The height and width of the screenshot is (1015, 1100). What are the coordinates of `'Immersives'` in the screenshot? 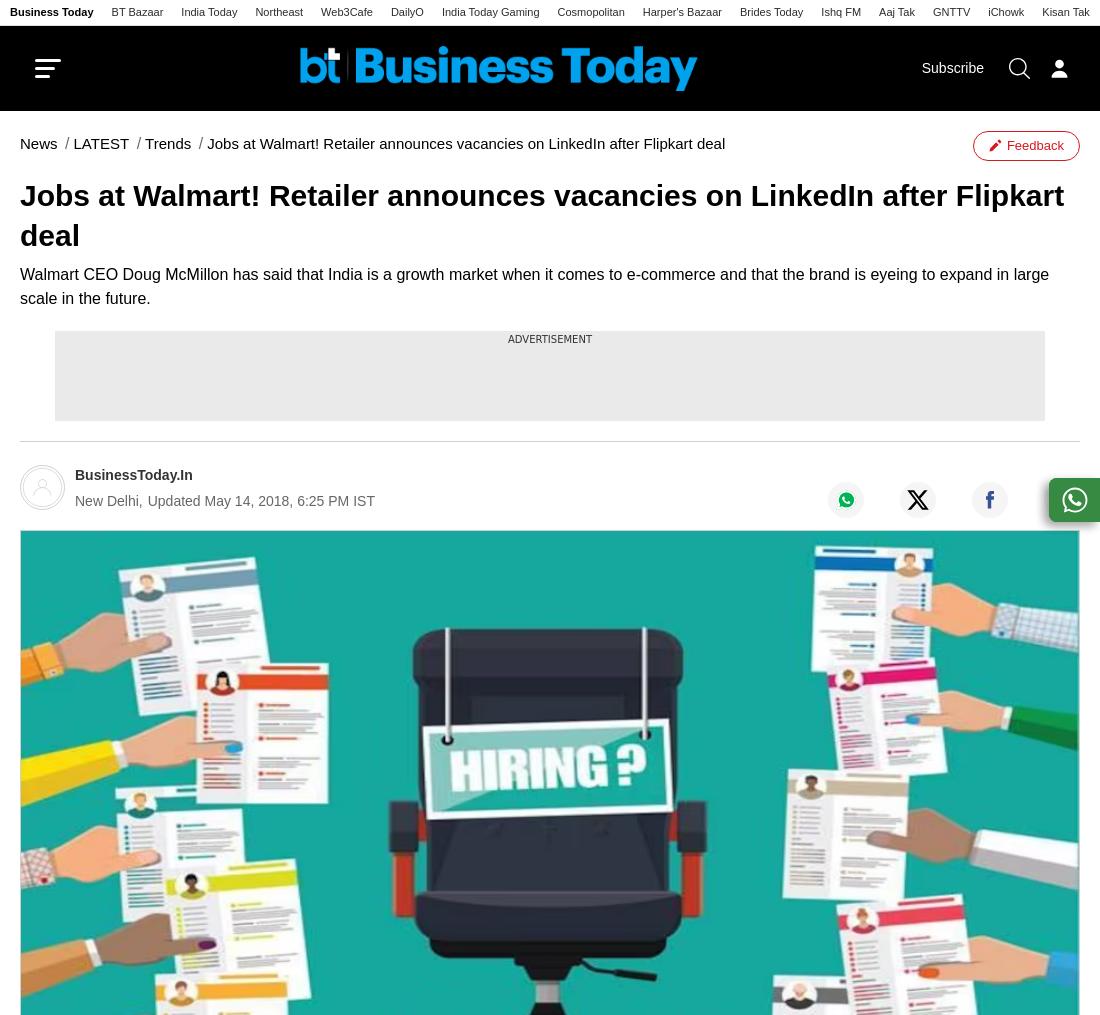 It's located at (594, 642).